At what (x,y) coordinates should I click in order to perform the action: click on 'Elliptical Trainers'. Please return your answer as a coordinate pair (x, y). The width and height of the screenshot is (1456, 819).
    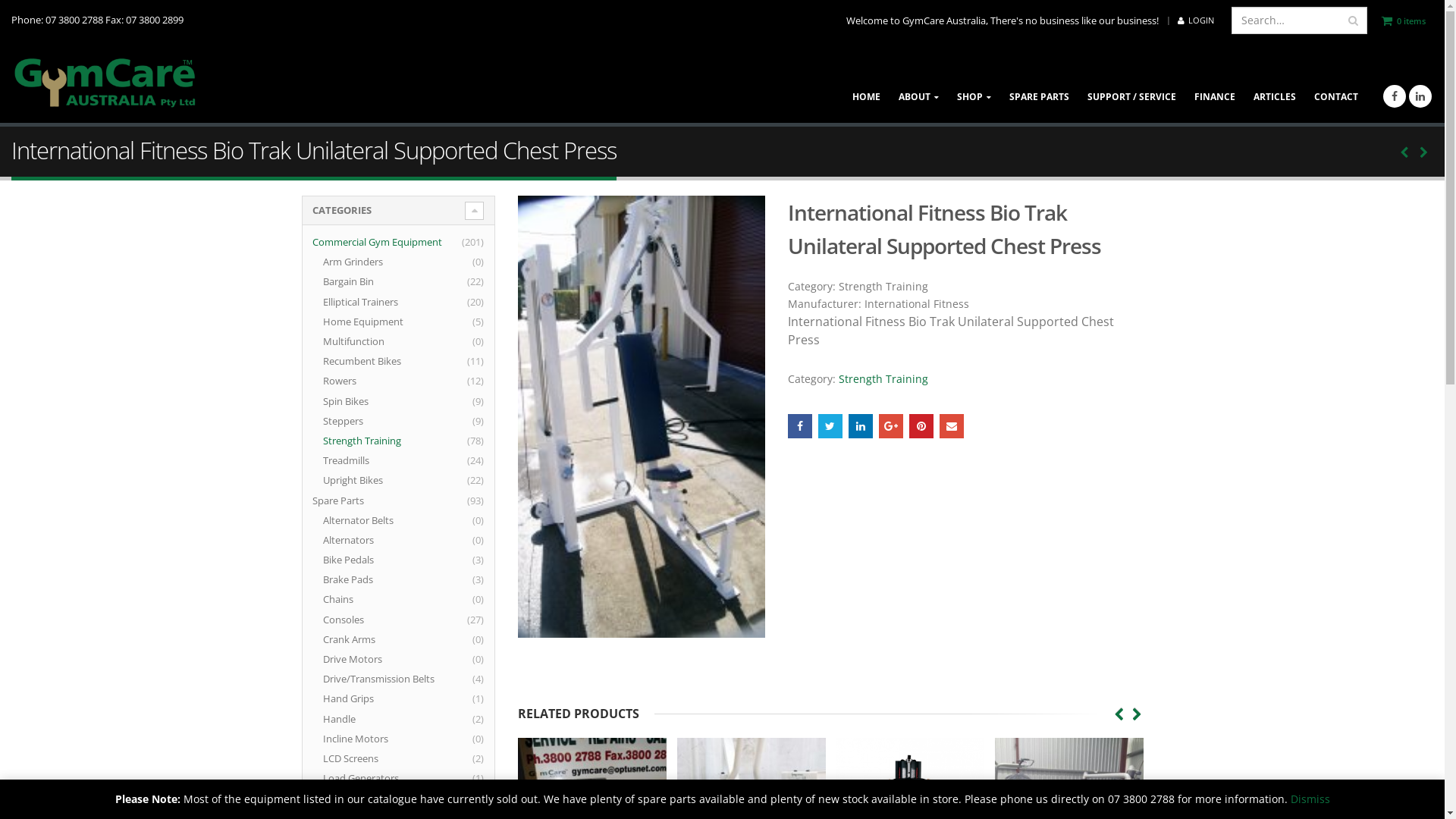
    Looking at the image, I should click on (370, 301).